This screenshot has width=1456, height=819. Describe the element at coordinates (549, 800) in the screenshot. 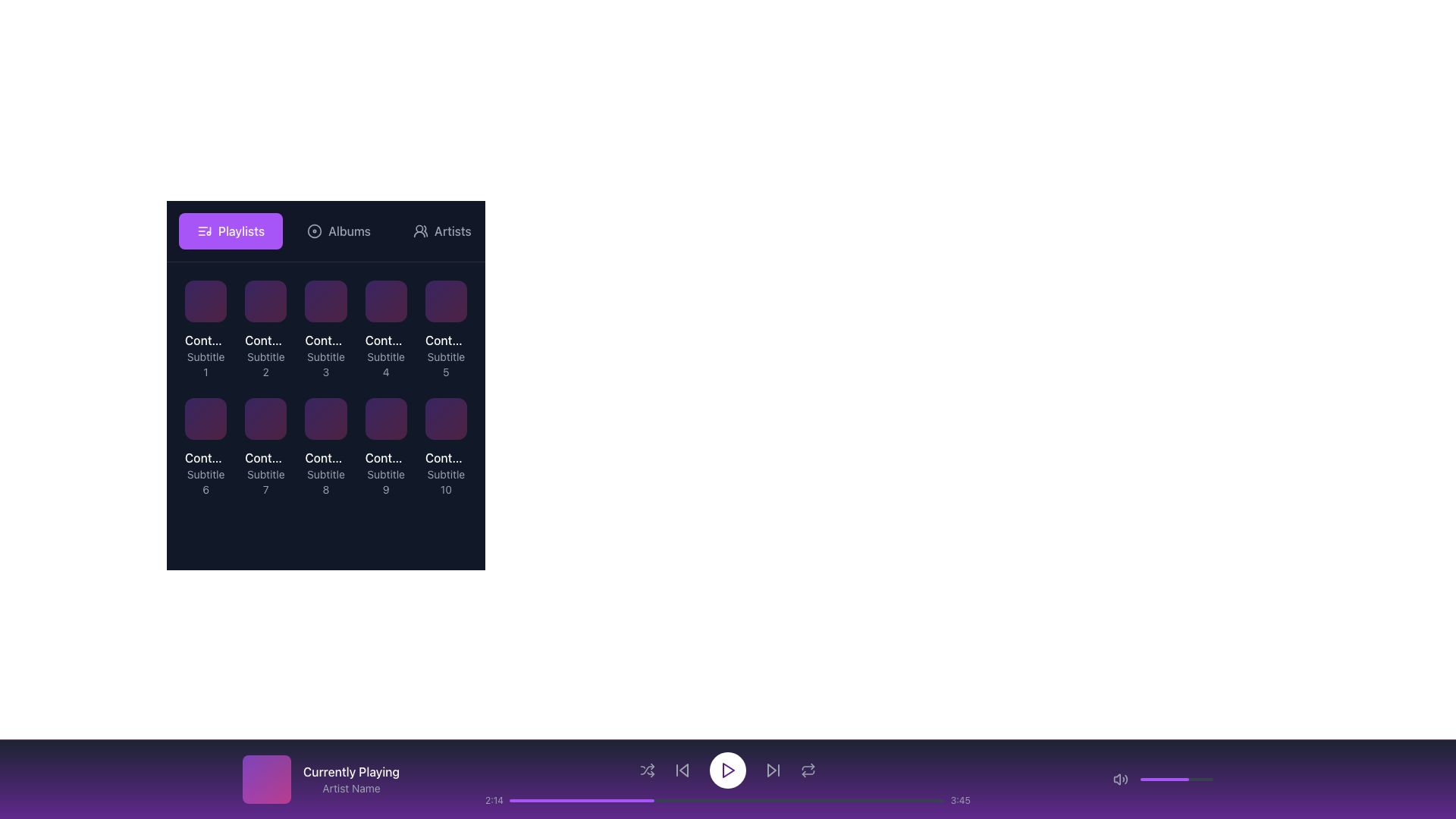

I see `the playback position` at that location.